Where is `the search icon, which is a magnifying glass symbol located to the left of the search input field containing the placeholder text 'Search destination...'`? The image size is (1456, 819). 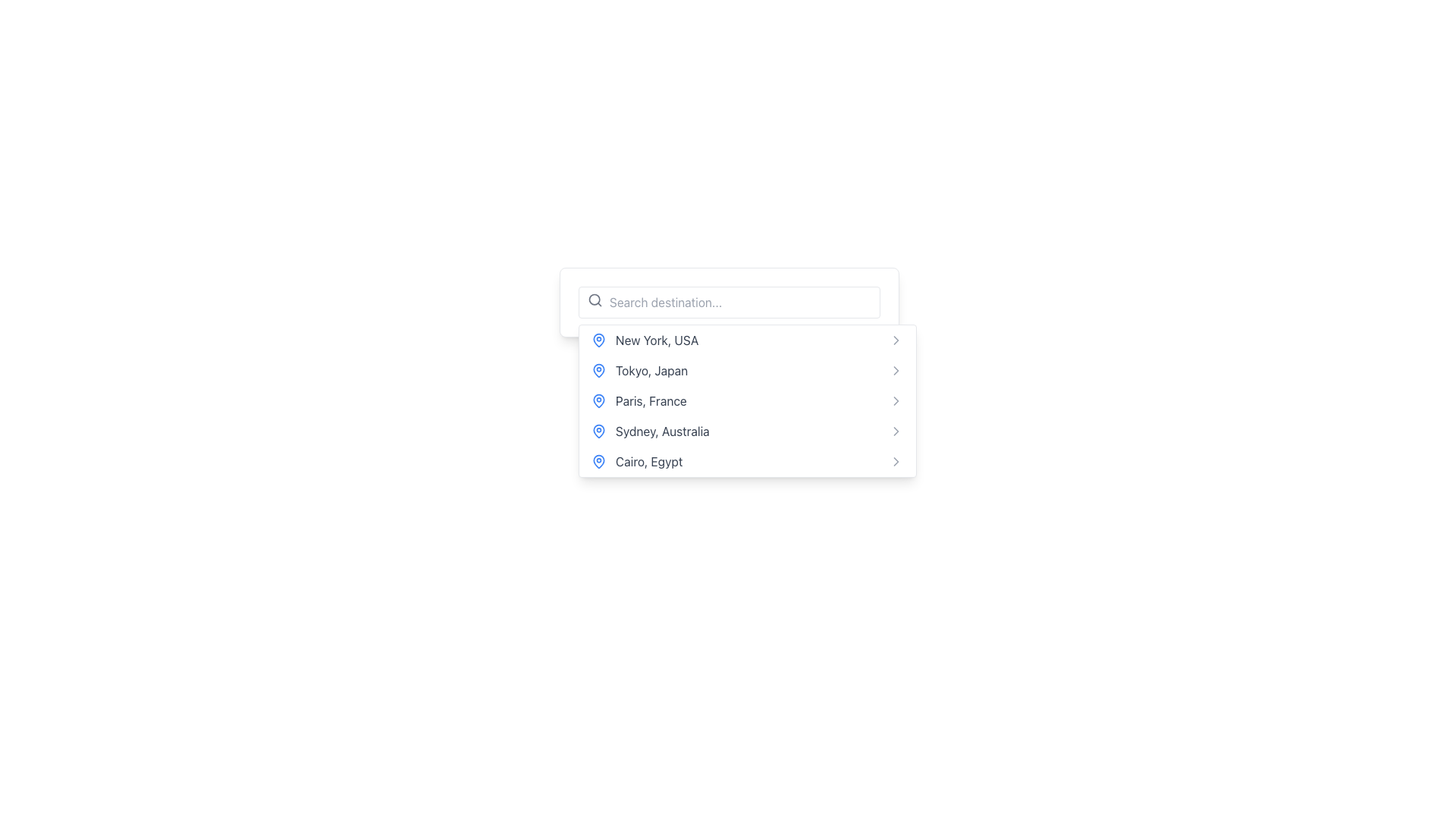
the search icon, which is a magnifying glass symbol located to the left of the search input field containing the placeholder text 'Search destination...' is located at coordinates (595, 300).